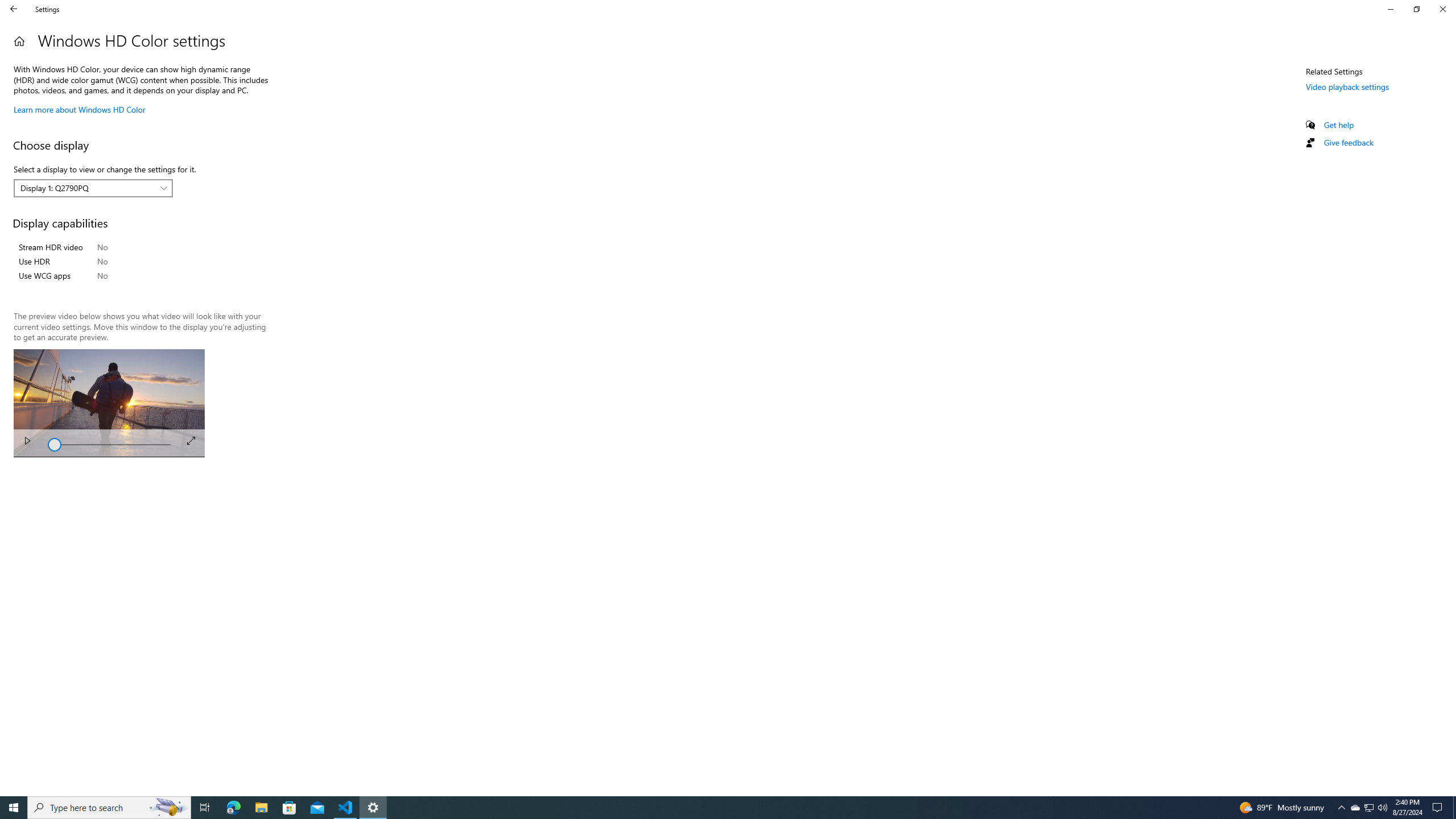 The height and width of the screenshot is (819, 1456). I want to click on 'Give feedback', so click(1347, 142).